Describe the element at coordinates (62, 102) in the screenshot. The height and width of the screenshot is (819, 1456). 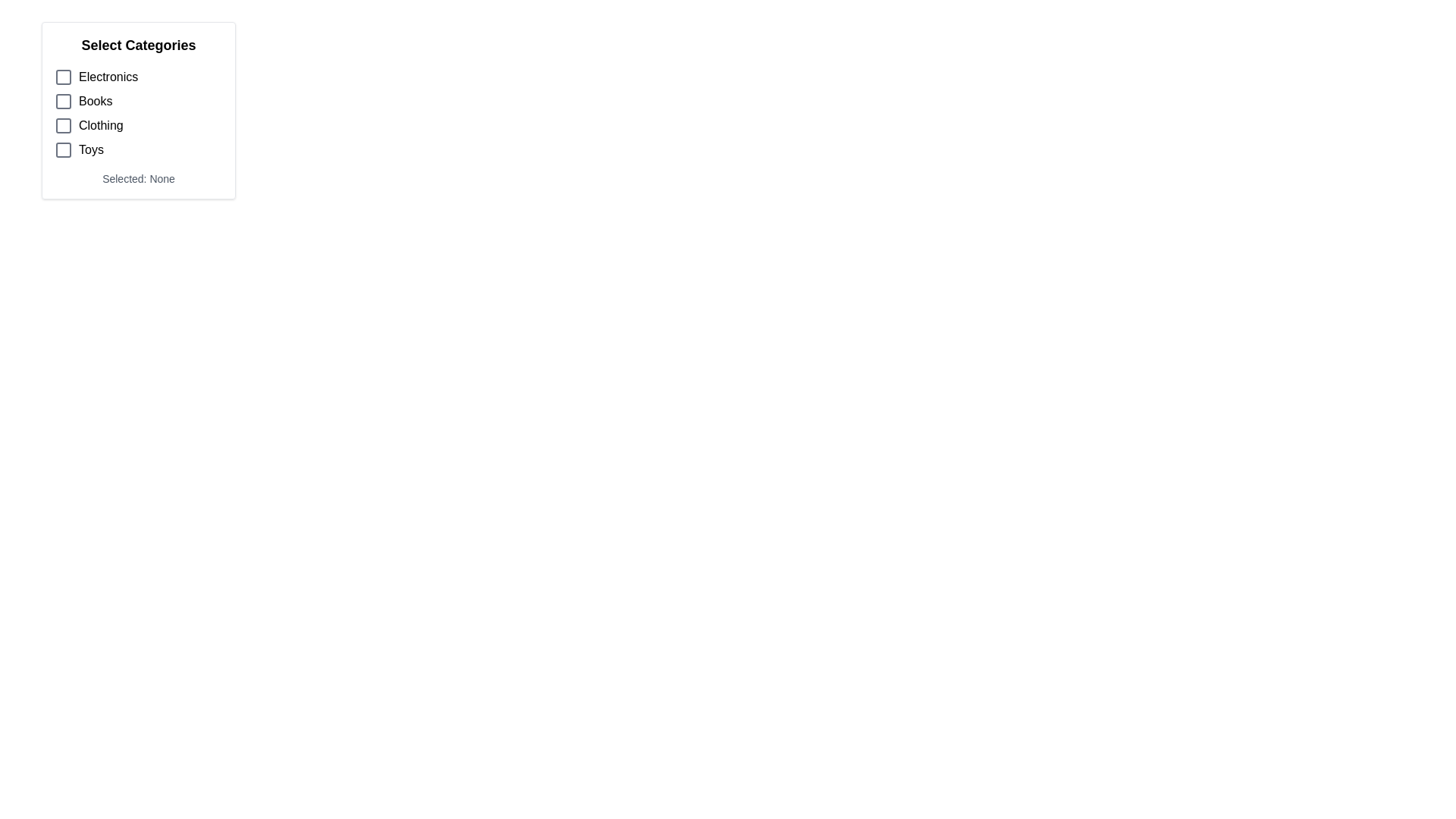
I see `on the marked checkbox in the second position of a list of four checkboxes` at that location.